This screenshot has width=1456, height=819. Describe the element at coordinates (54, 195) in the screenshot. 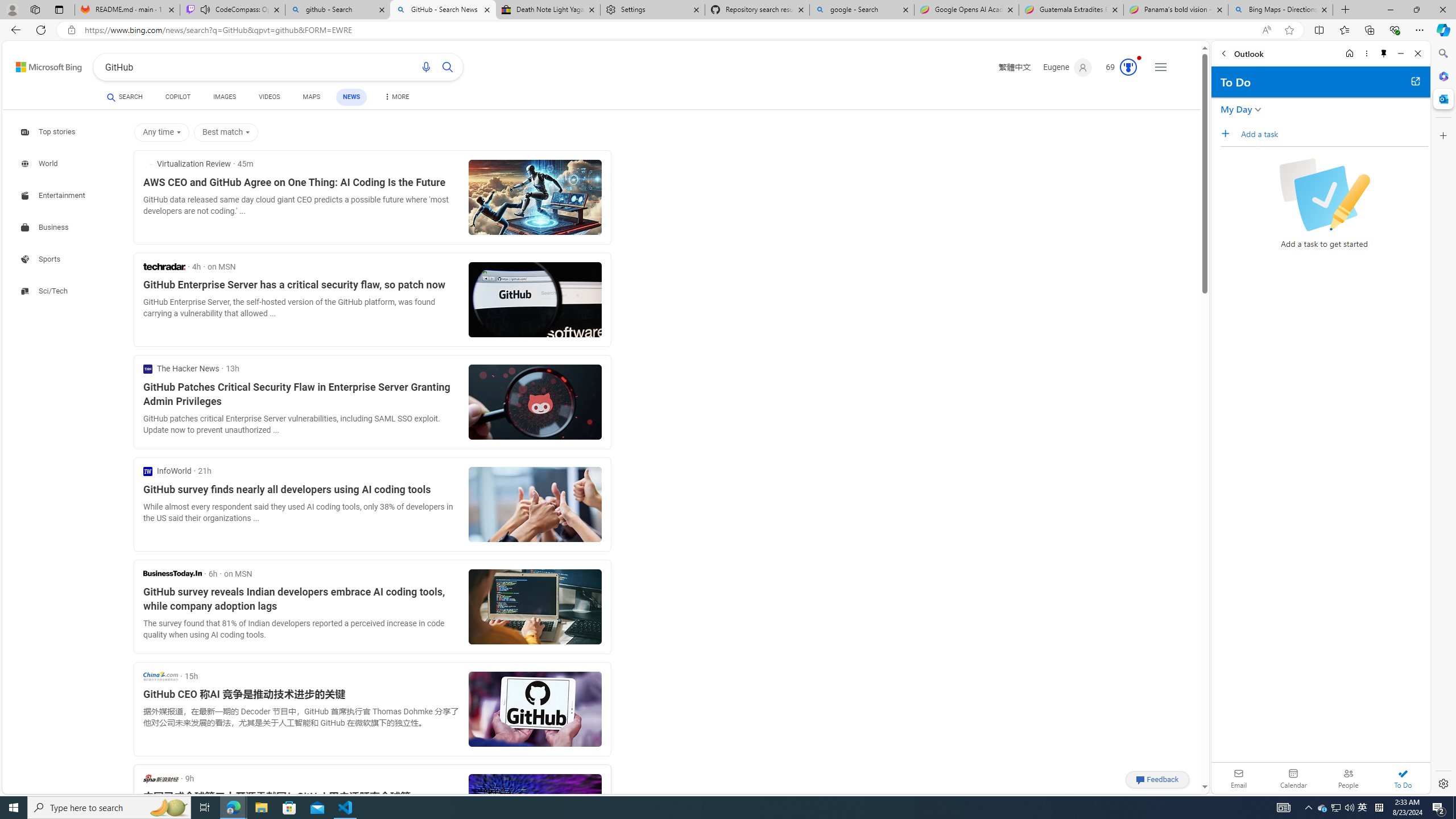

I see `'Search news about Entertainment'` at that location.